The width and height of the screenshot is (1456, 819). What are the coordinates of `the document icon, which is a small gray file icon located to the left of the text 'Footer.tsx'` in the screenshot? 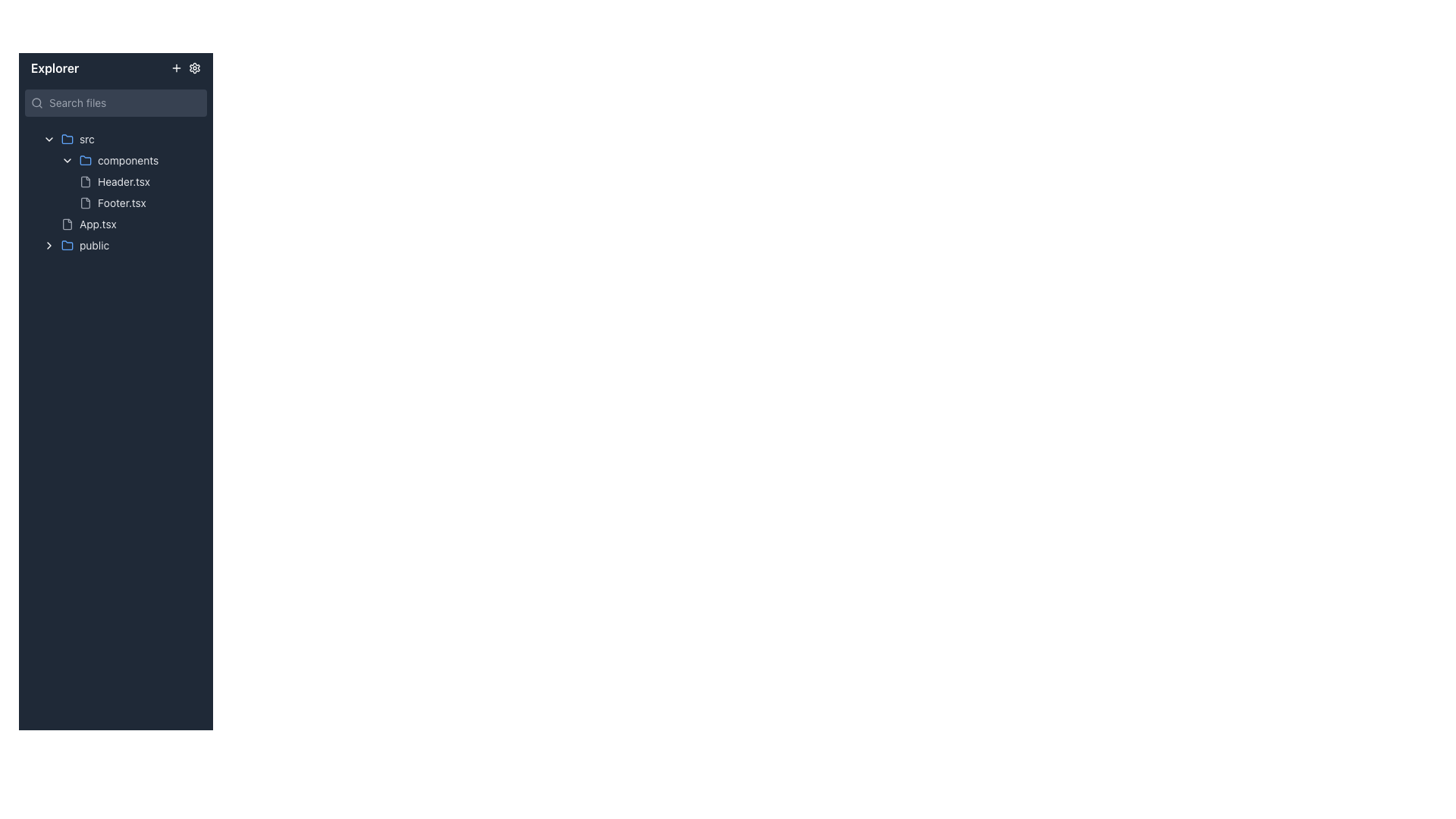 It's located at (85, 202).